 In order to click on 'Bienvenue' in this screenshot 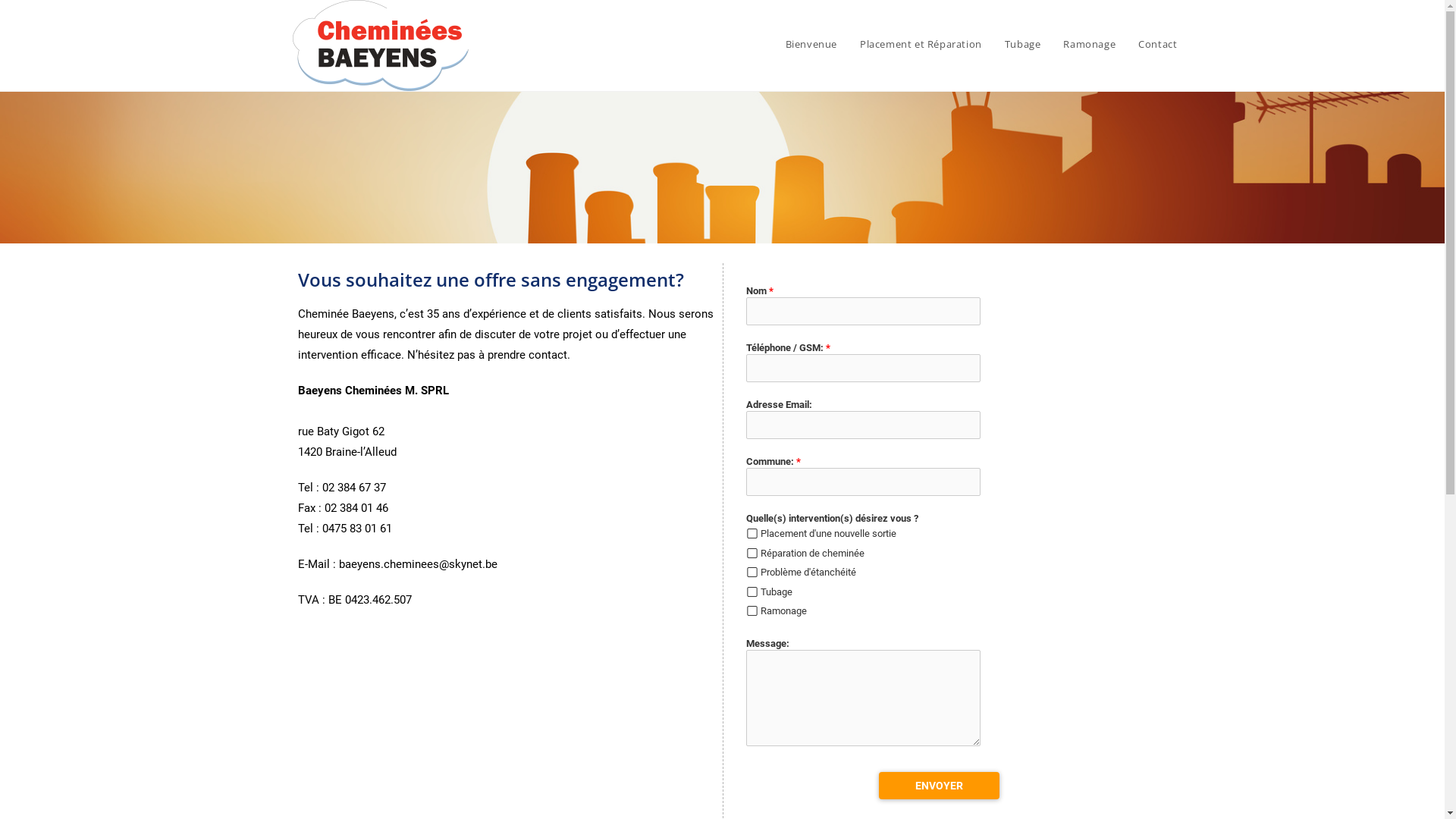, I will do `click(774, 42)`.